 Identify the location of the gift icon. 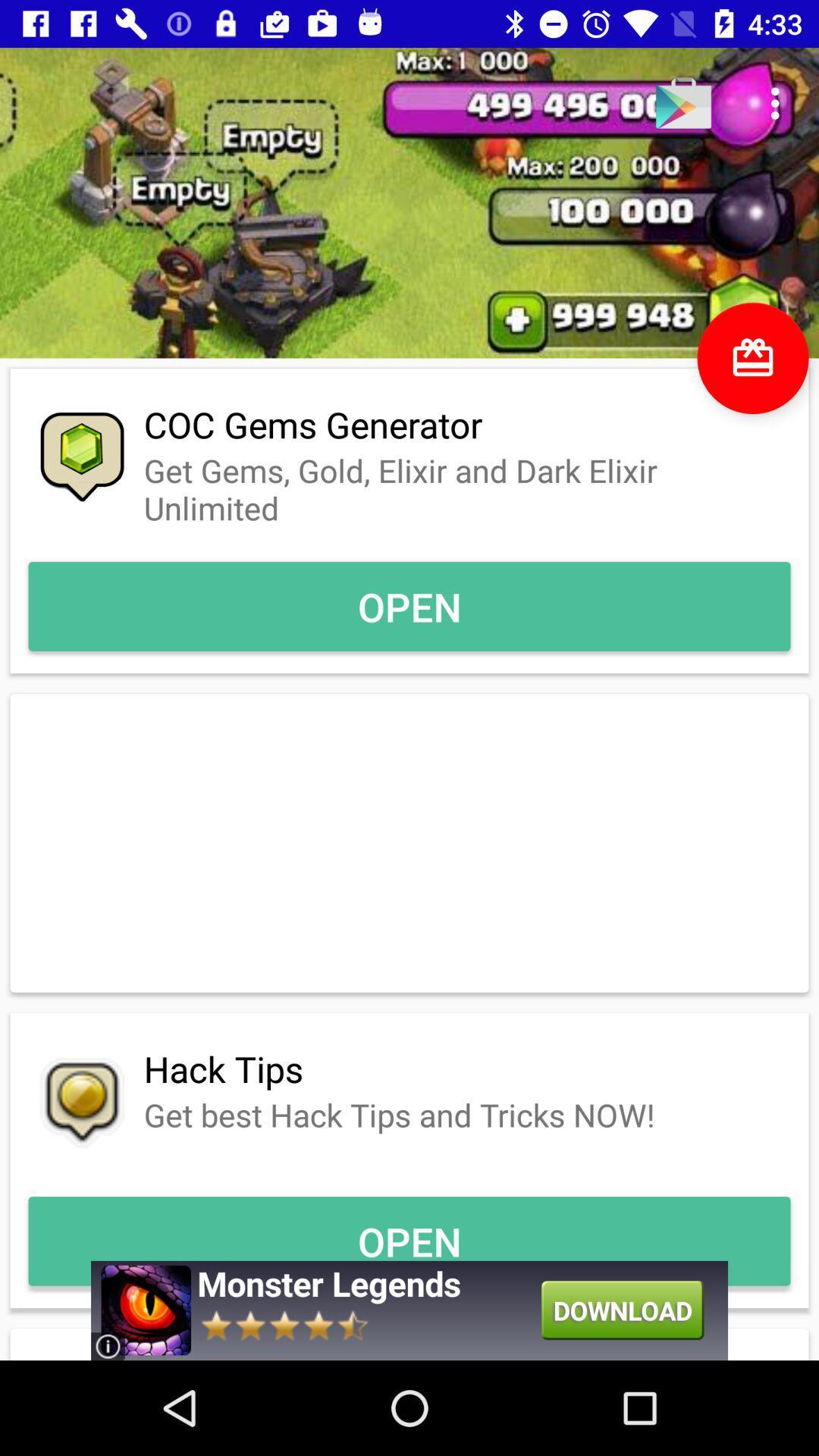
(752, 357).